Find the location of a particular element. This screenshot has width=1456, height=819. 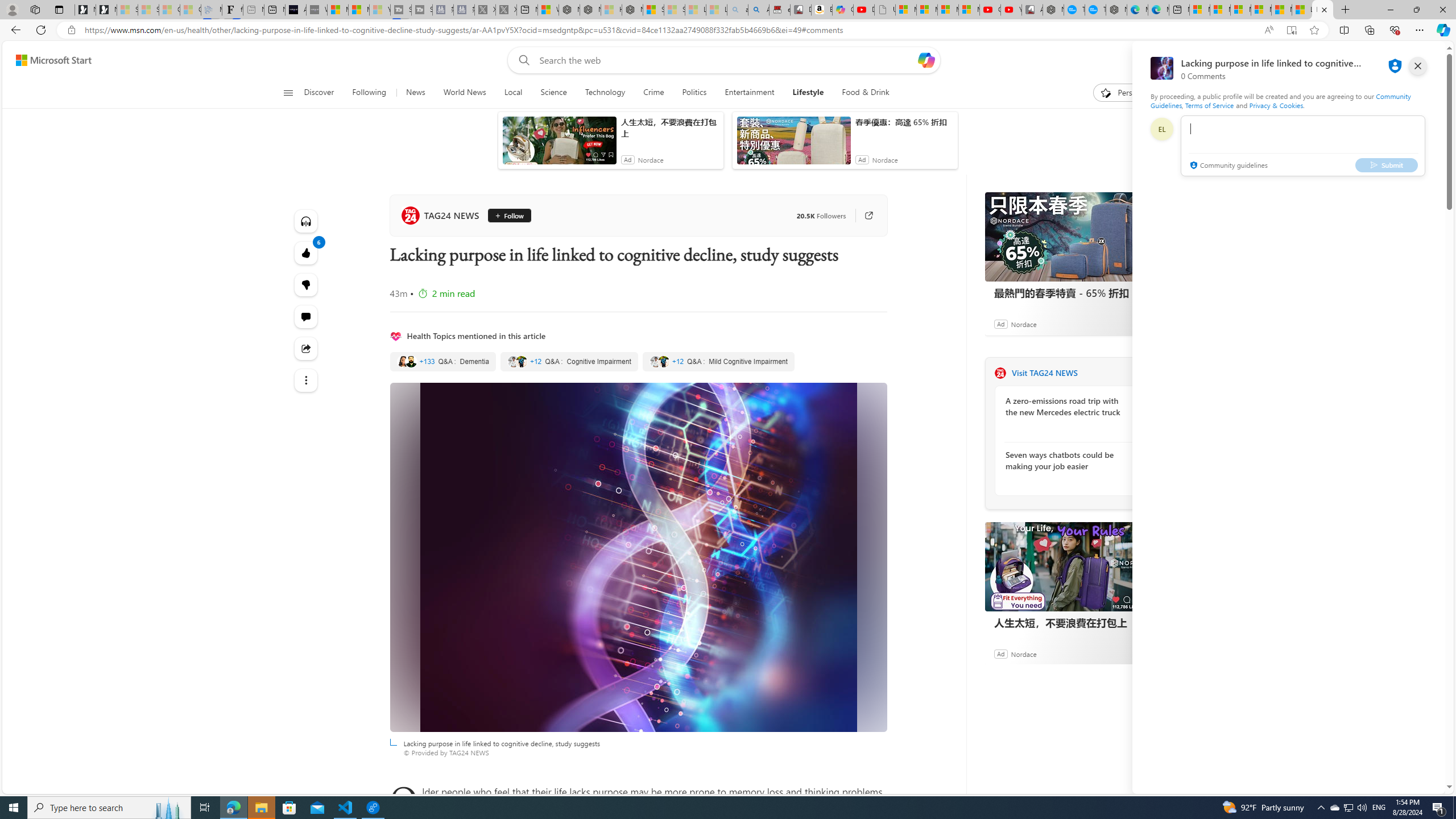

'Crime' is located at coordinates (653, 92).